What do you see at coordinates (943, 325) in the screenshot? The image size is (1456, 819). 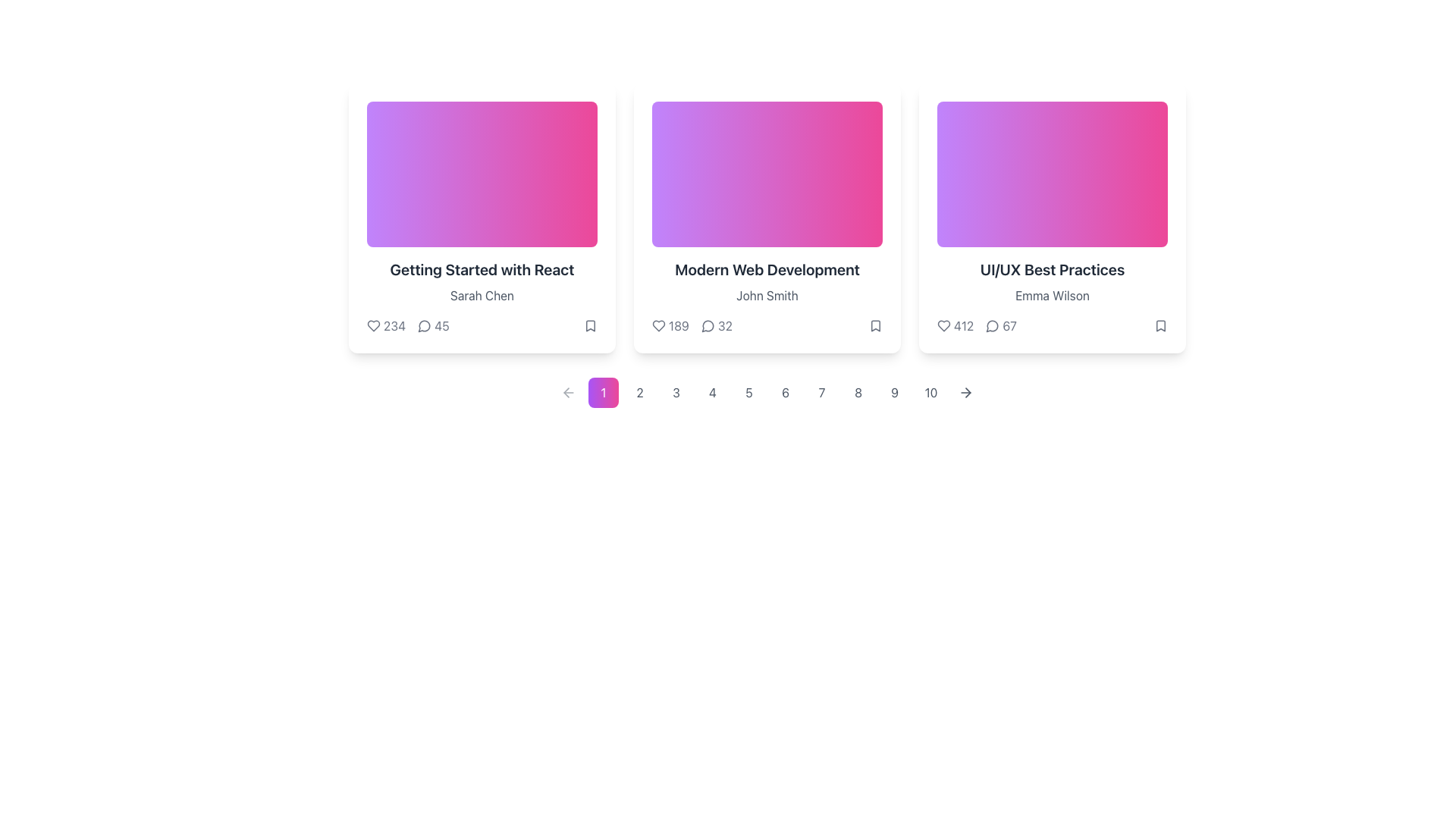 I see `the heart icon to like or favorite the content of the card titled 'UI/UX Best Practices', located in the bottom section of the card, first icon from the left in the interactive icons row` at bounding box center [943, 325].